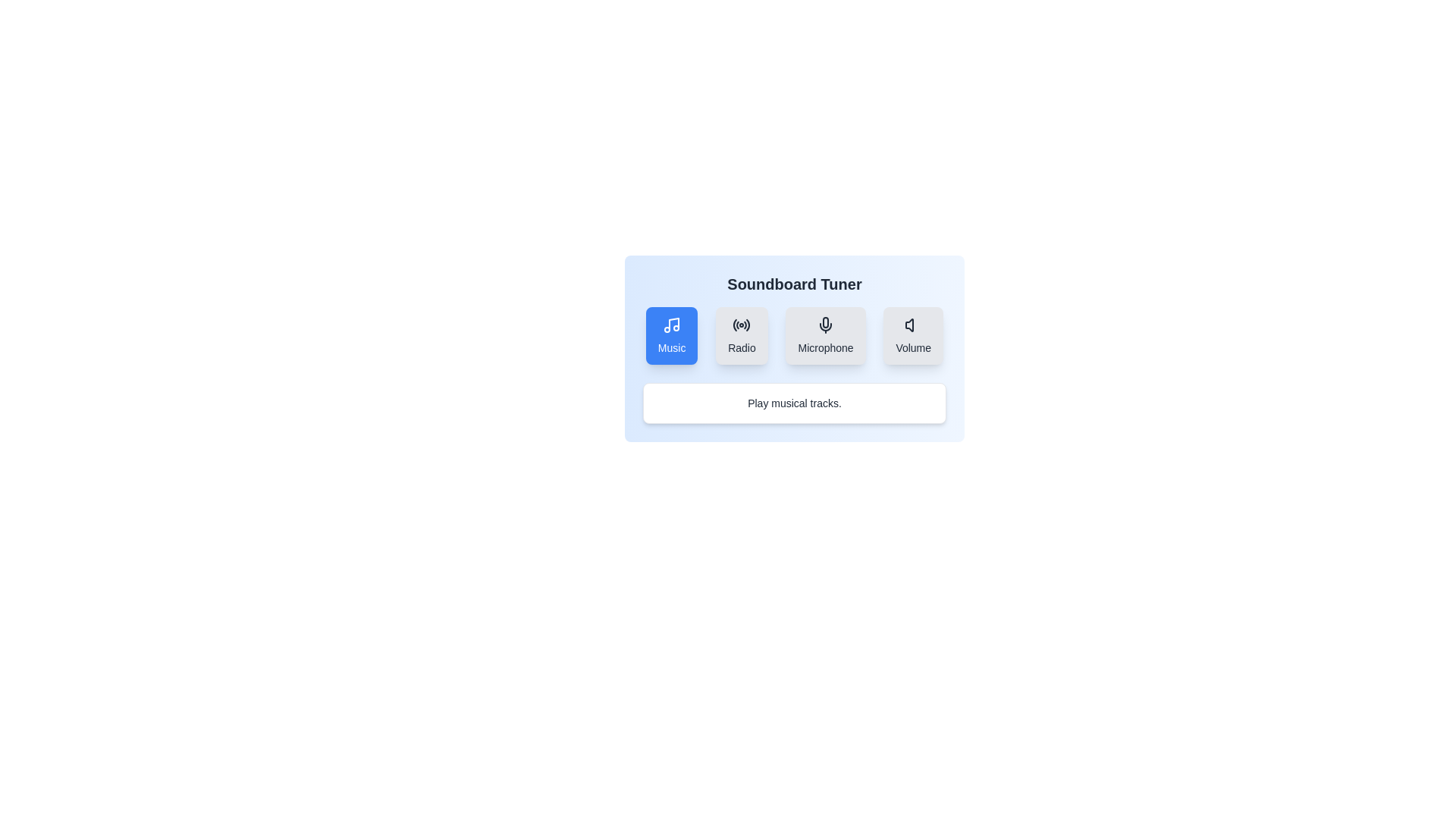 This screenshot has width=1456, height=819. What do you see at coordinates (912, 335) in the screenshot?
I see `the Volume option to observe the visual change` at bounding box center [912, 335].